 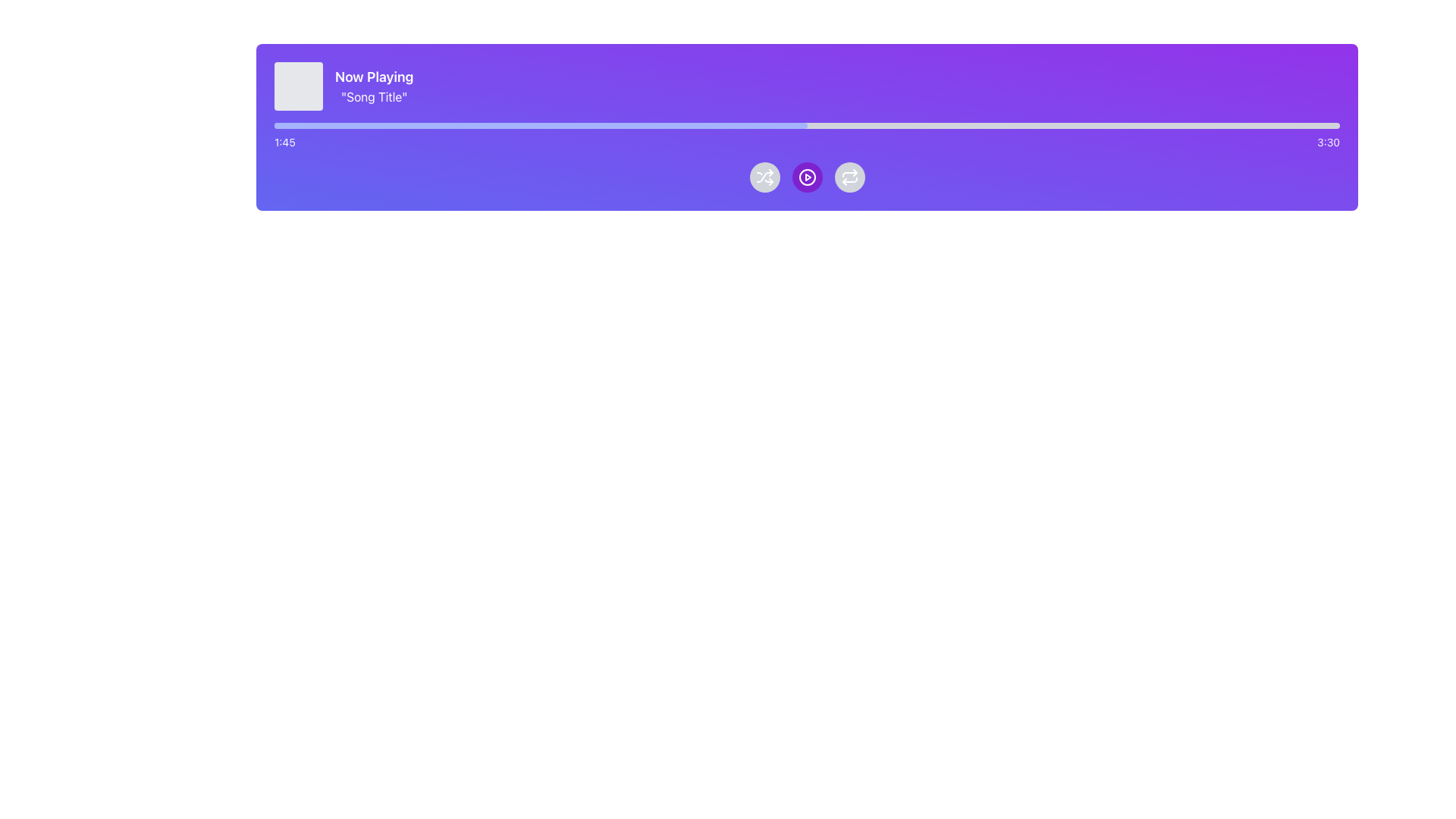 I want to click on the playback progress bar of the media player to seek a different playback position, so click(x=806, y=136).